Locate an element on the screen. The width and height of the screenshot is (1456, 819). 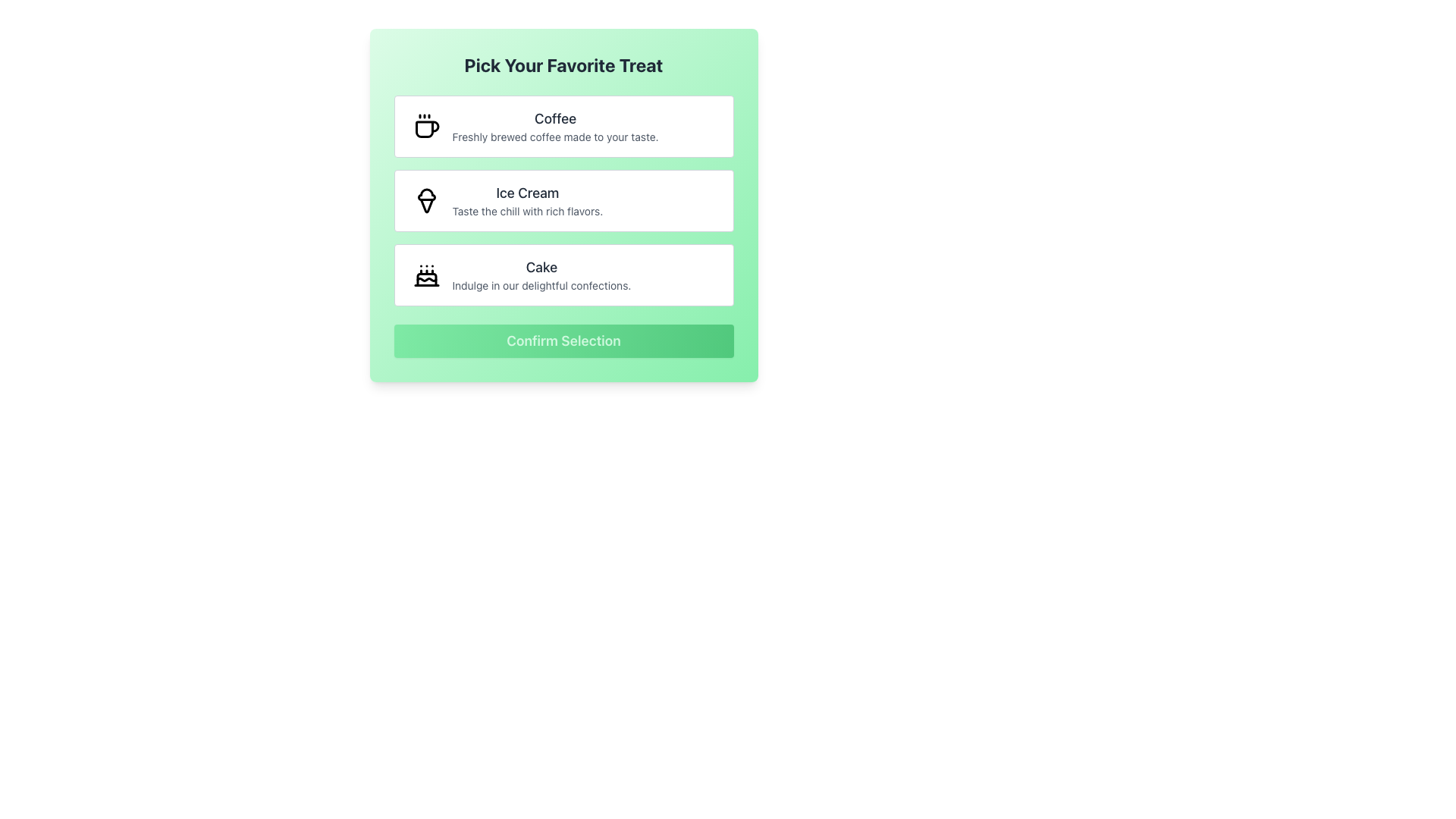
the text block labeled 'Coffee', which includes the subtext 'Freshly brewed coffee made to your taste.' This text is part of the topmost selectable card in a list and is positioned next to a coffee cup icon is located at coordinates (554, 125).